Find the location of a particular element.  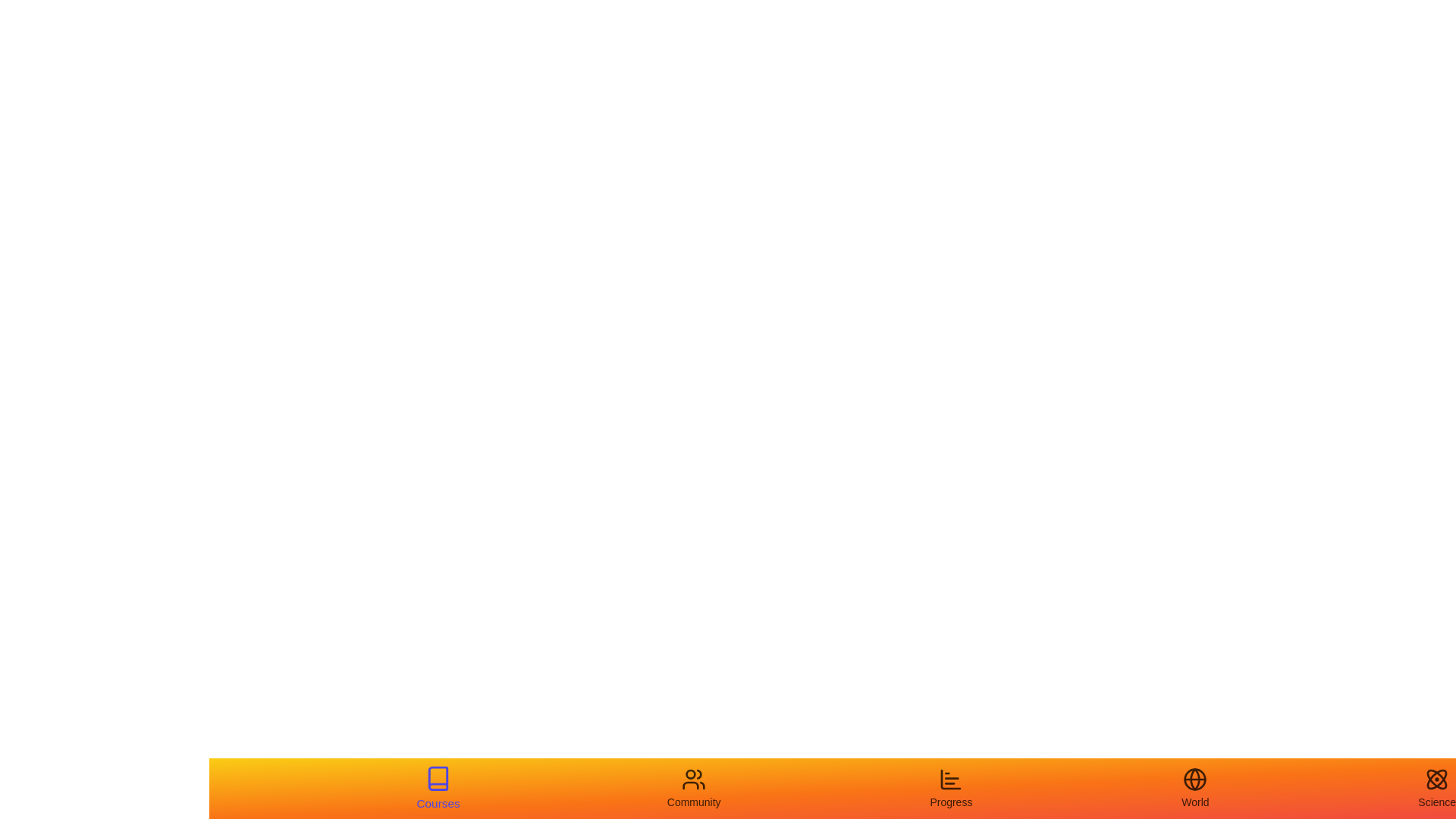

the Courses tab to view its hover effect is located at coordinates (437, 788).